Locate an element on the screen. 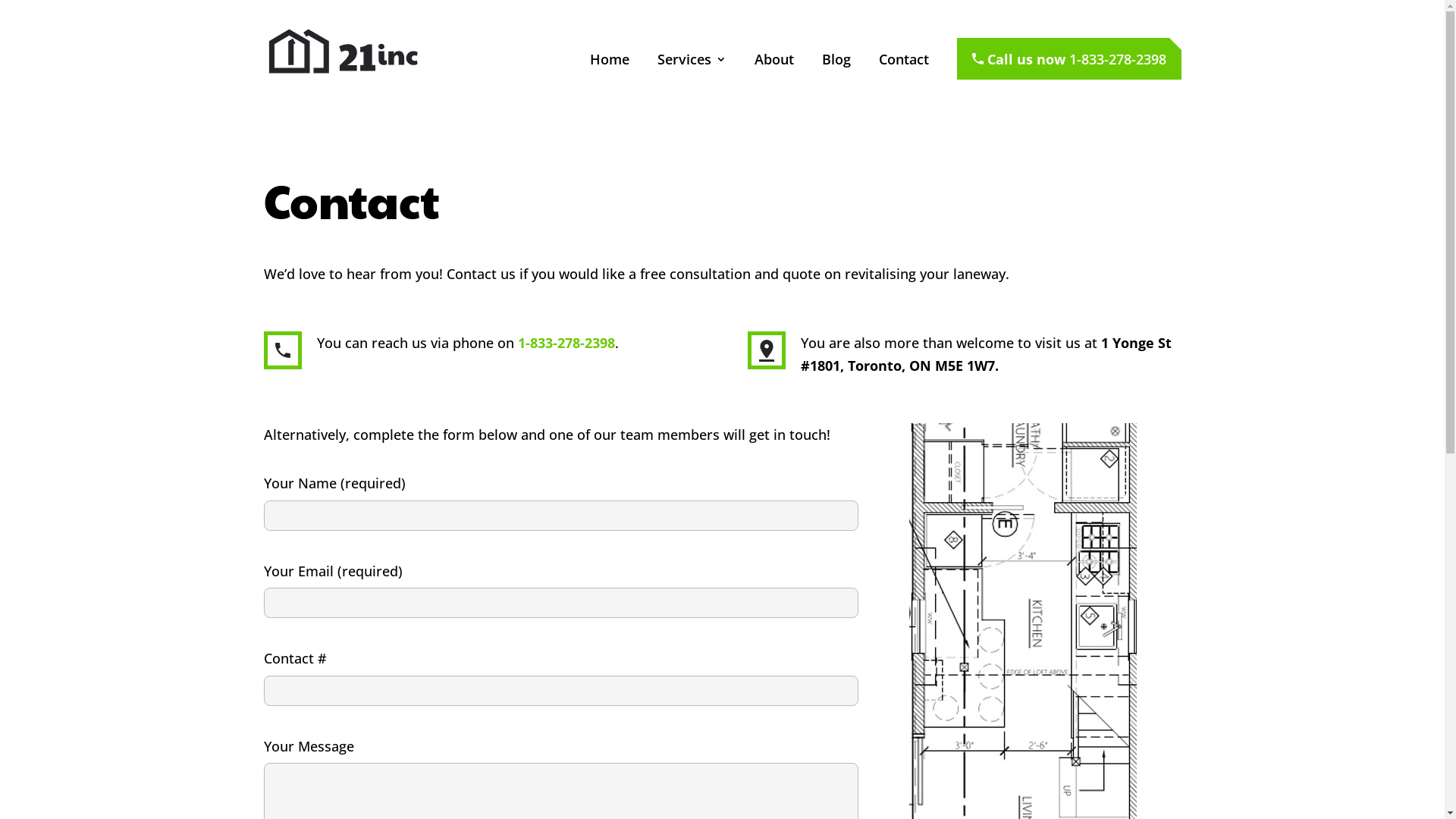  'About' is located at coordinates (773, 78).